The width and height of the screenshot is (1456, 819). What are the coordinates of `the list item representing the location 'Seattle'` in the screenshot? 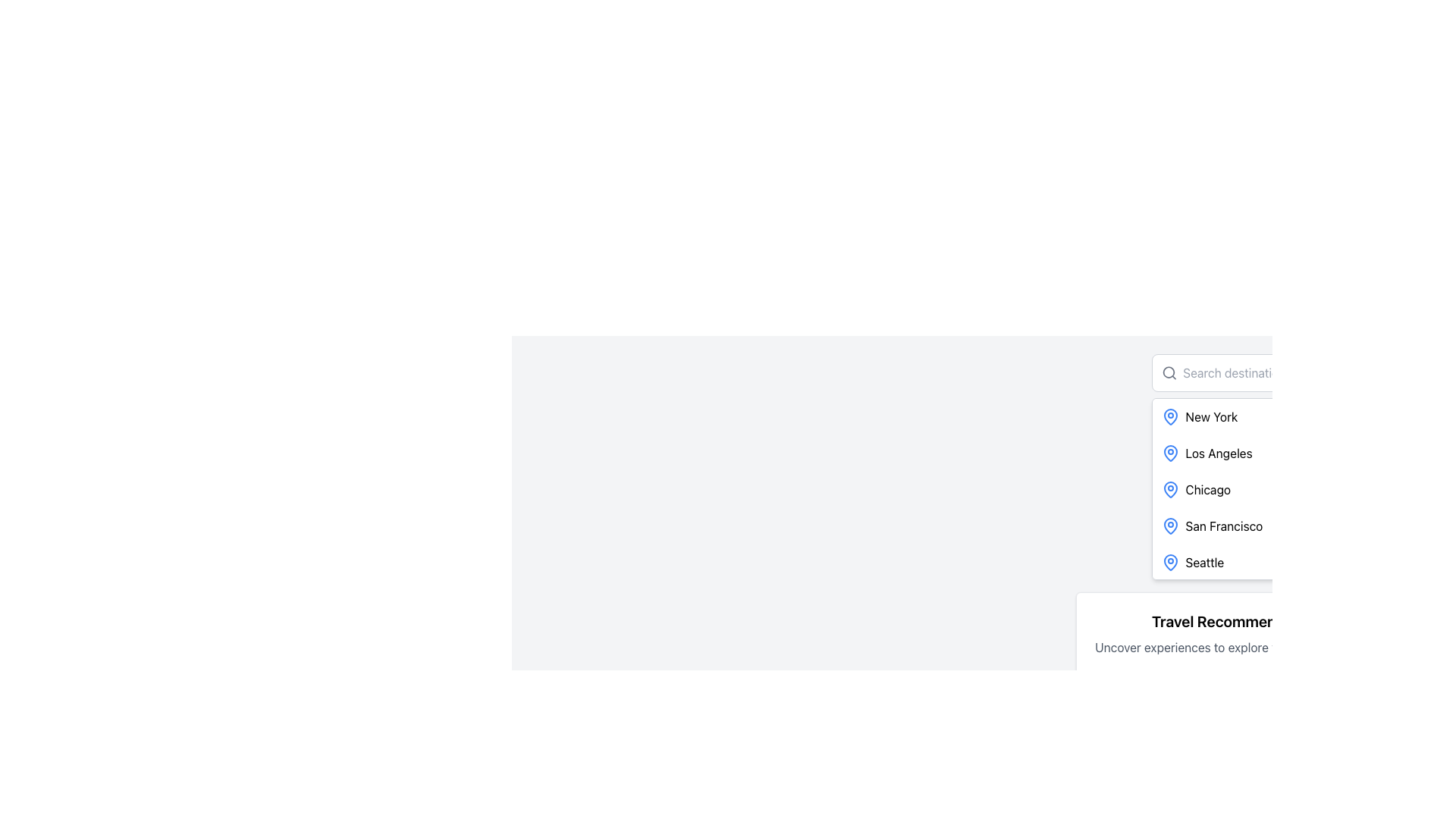 It's located at (1240, 562).